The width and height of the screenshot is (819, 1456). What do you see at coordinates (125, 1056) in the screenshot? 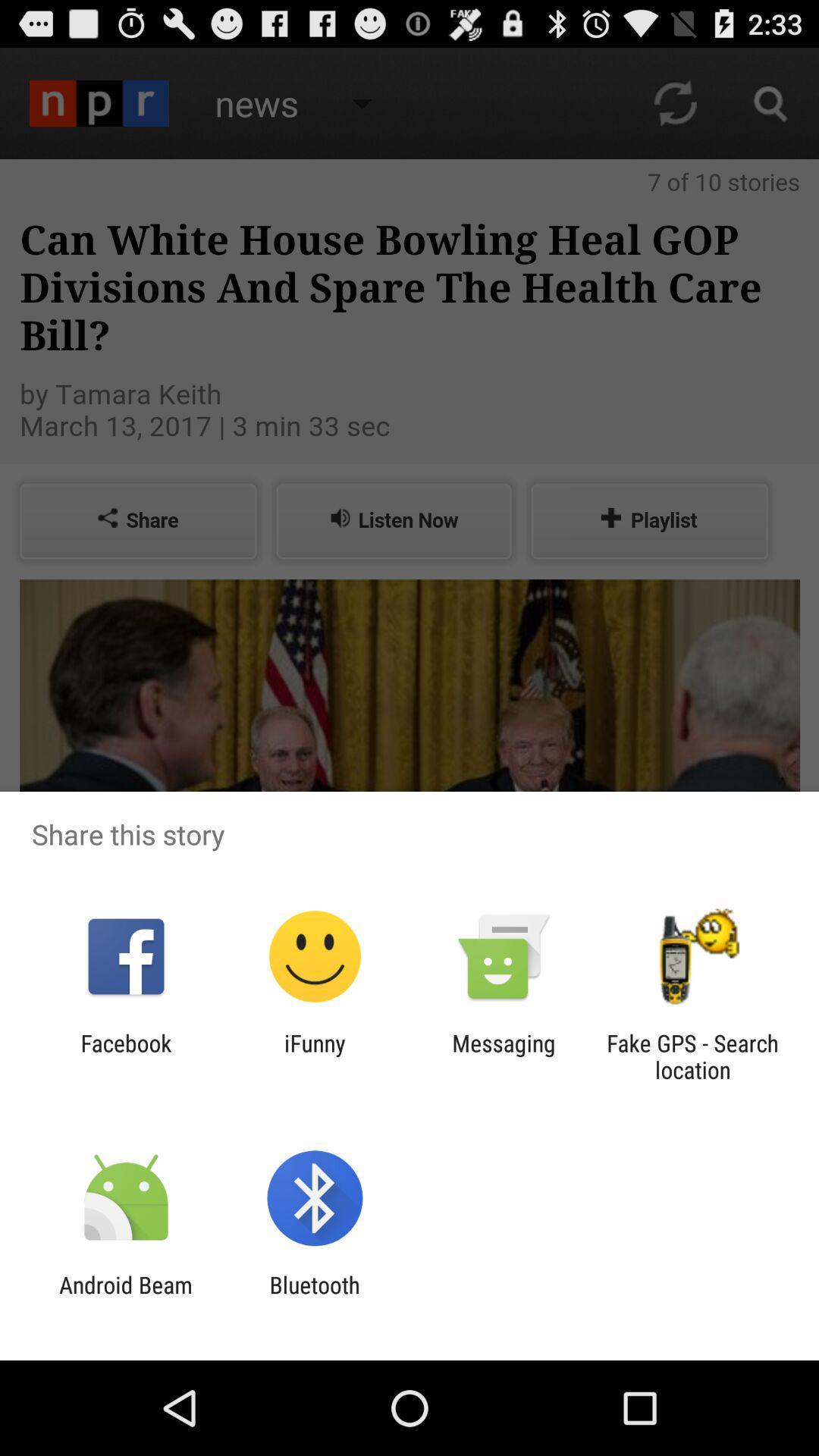
I see `facebook item` at bounding box center [125, 1056].